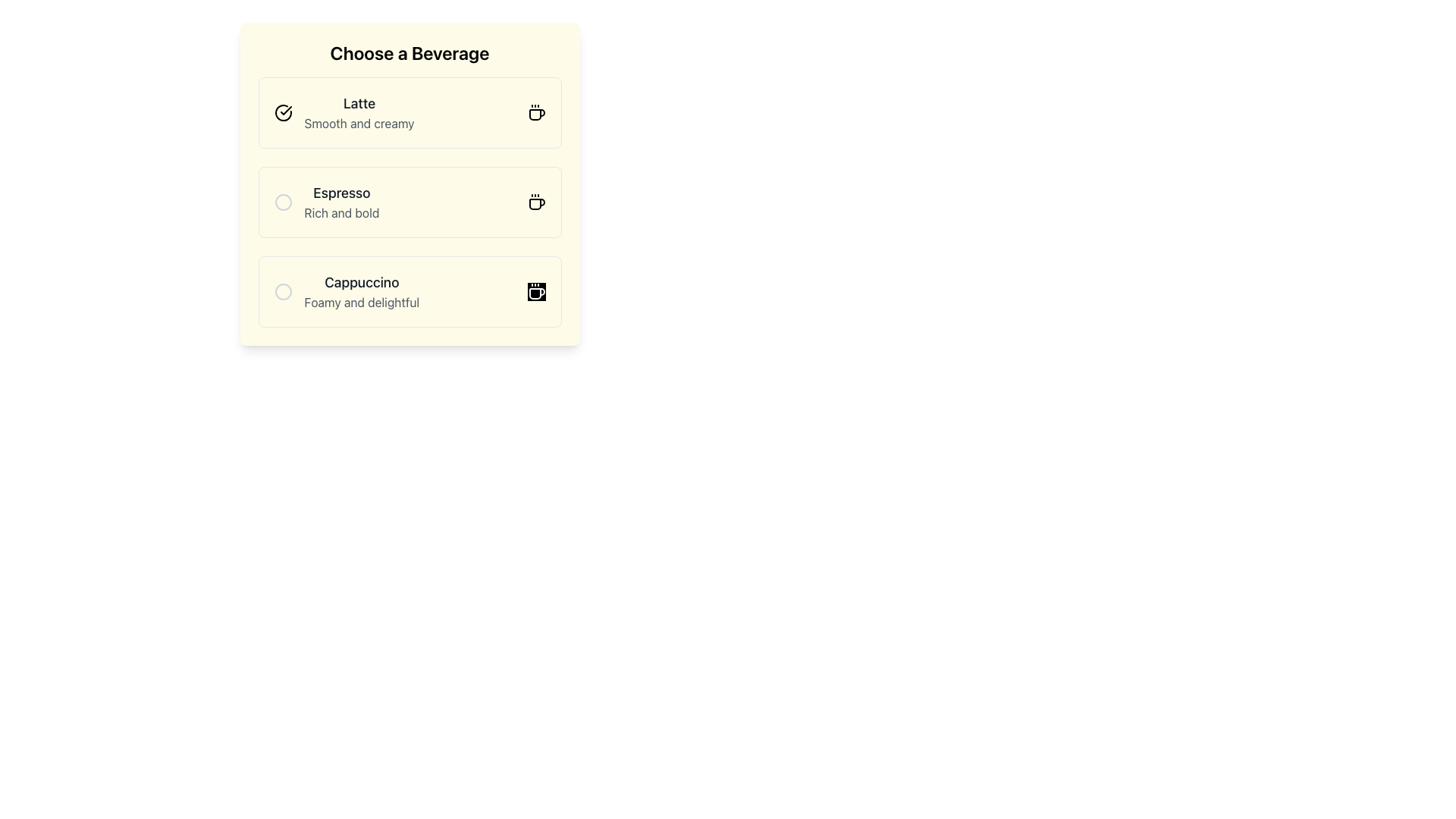 This screenshot has height=819, width=1456. I want to click on the 'Espresso' beverage option in the 'Choose a Beverage' section, so click(409, 201).